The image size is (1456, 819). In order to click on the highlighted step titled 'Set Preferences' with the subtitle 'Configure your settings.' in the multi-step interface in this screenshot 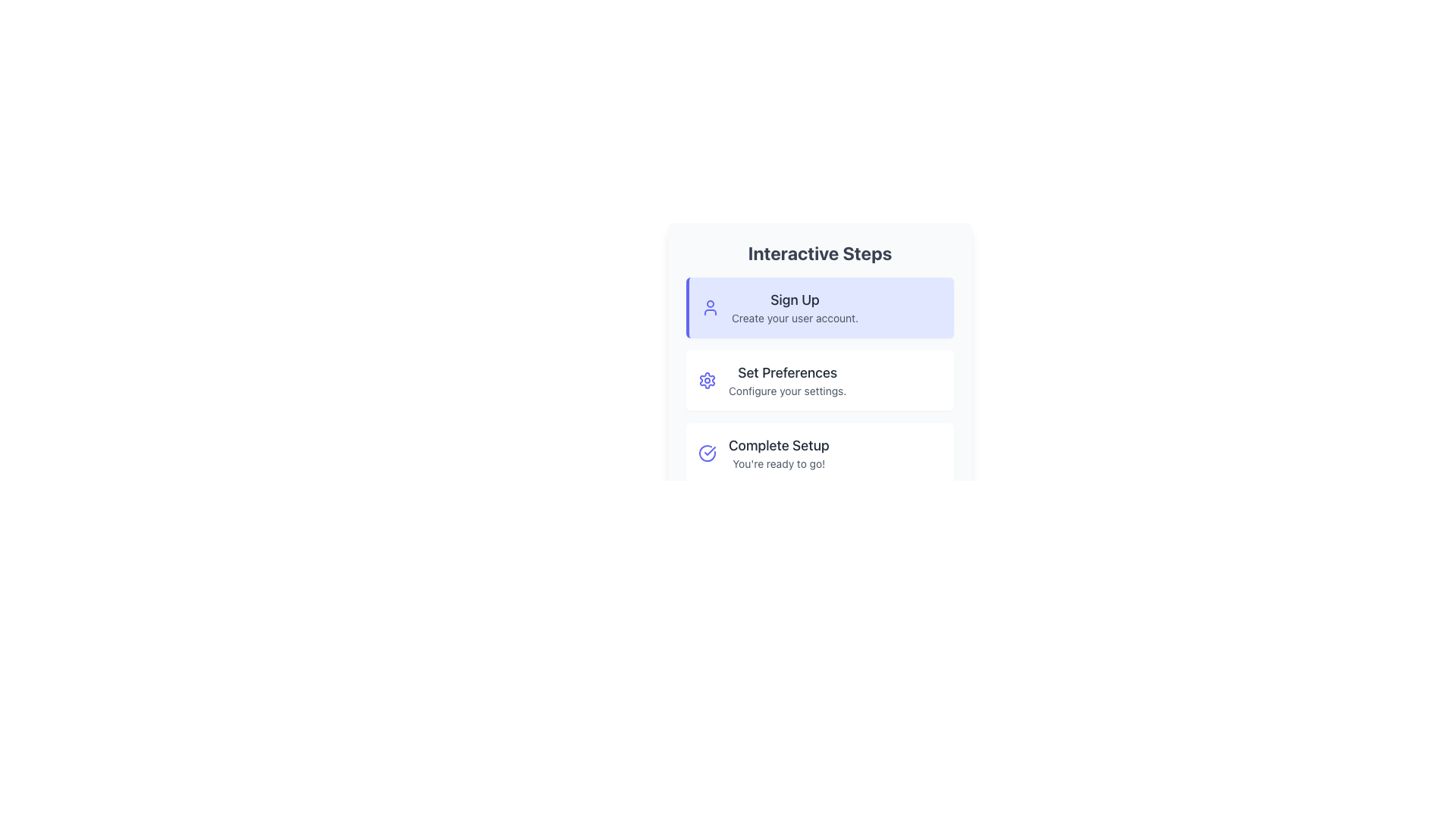, I will do `click(819, 379)`.